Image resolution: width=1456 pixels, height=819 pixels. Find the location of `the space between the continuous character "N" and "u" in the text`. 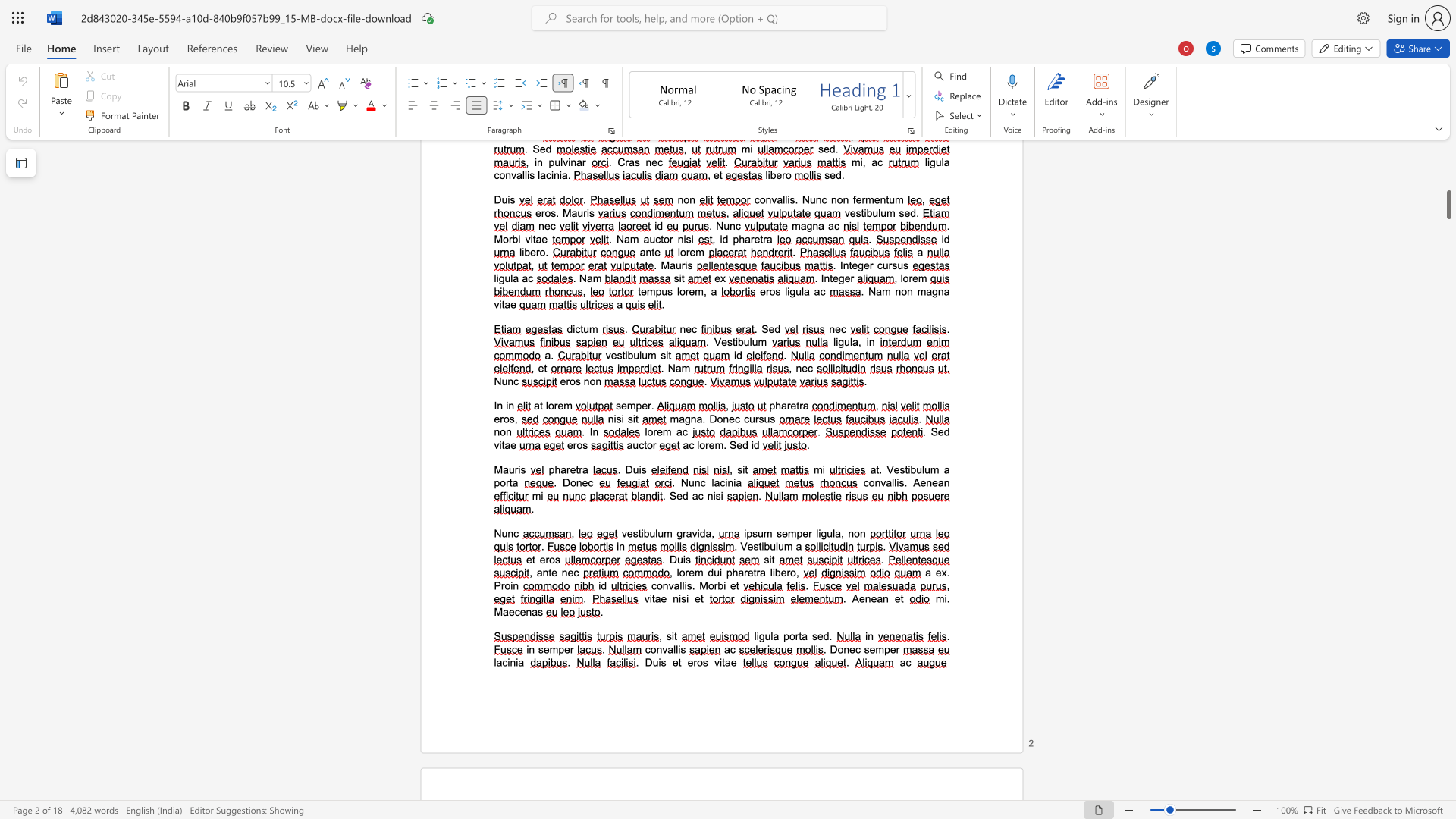

the space between the continuous character "N" and "u" in the text is located at coordinates (687, 482).